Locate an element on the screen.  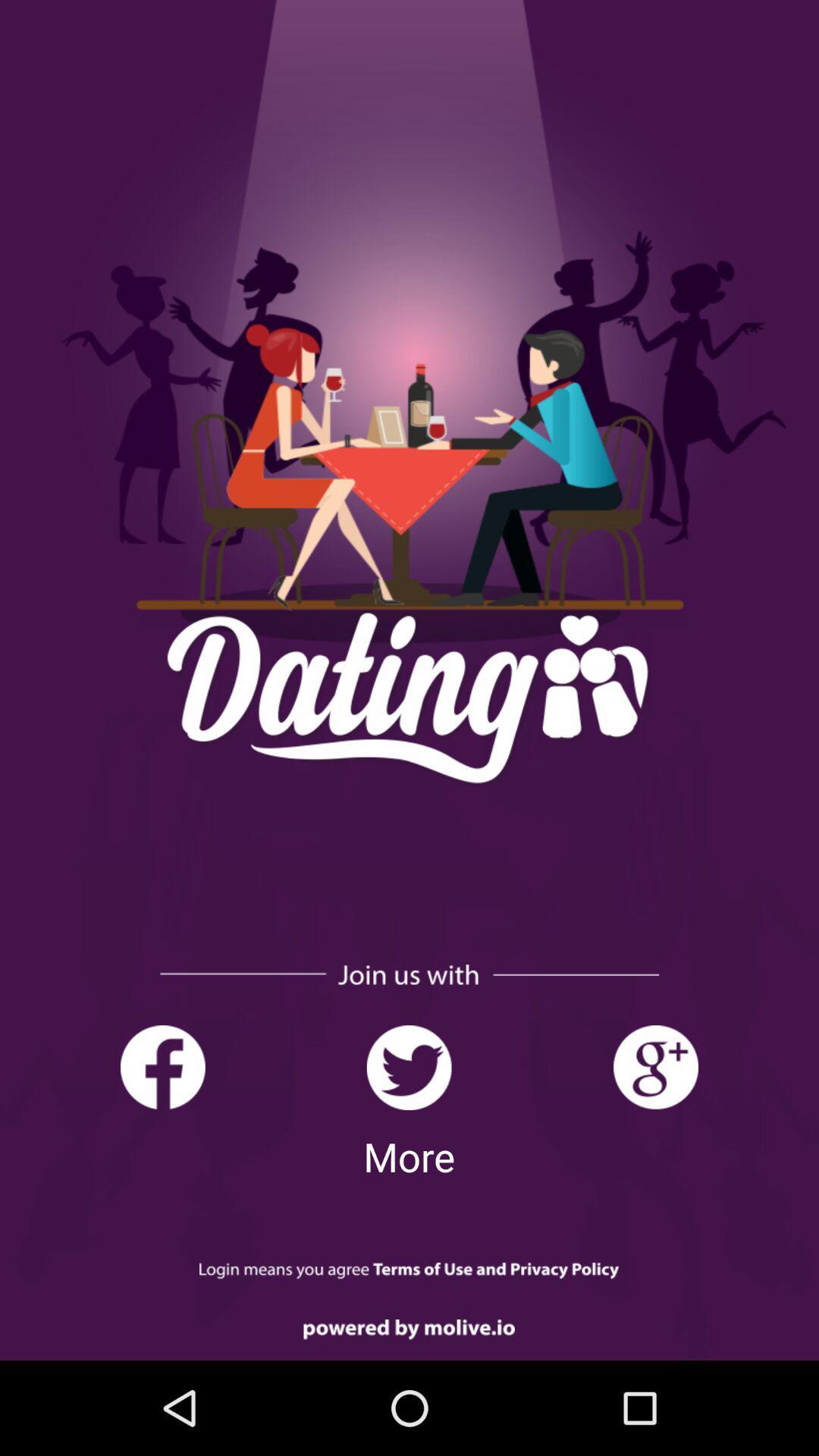
twitter is located at coordinates (408, 1067).